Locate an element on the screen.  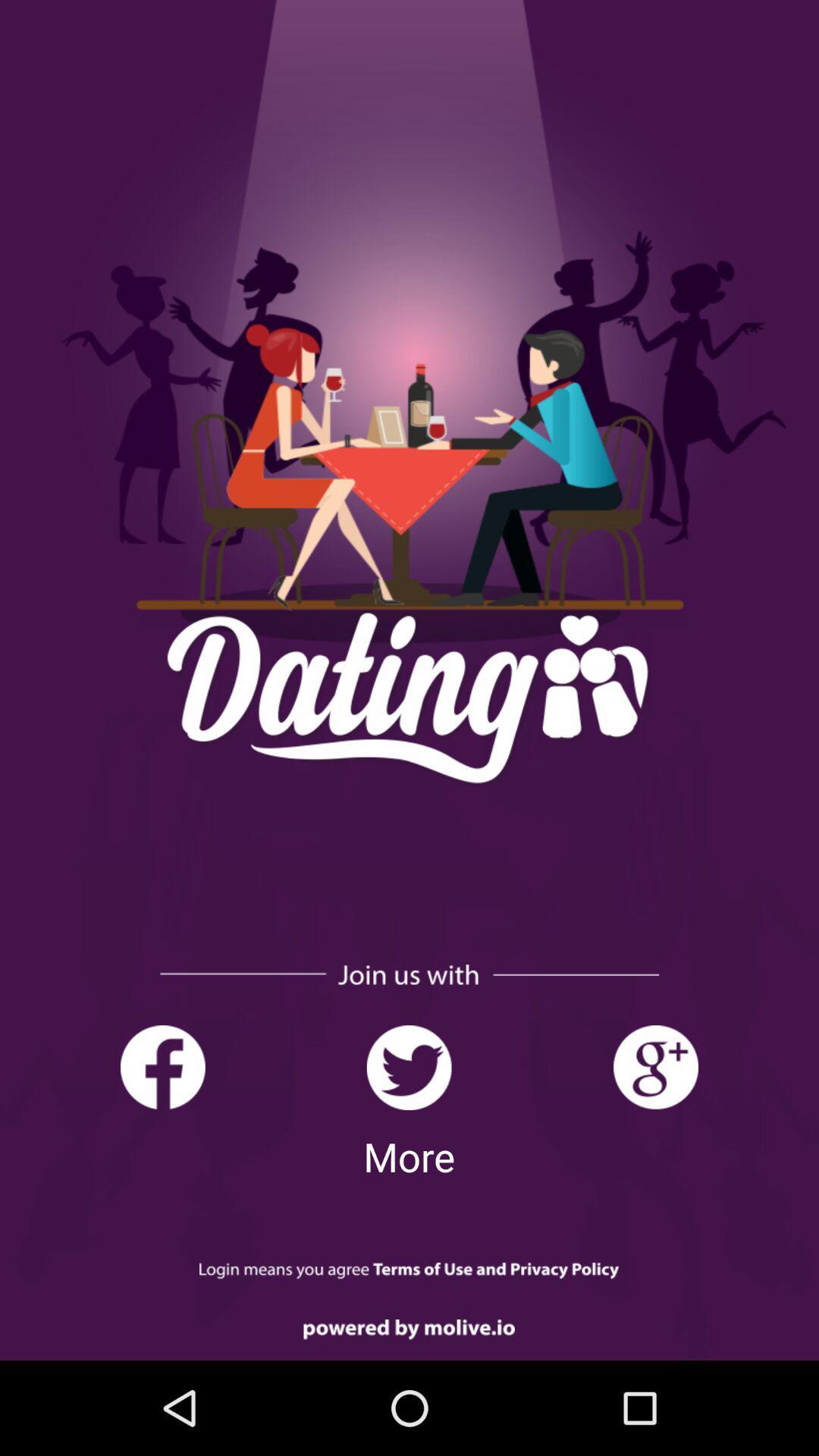
twitter is located at coordinates (408, 1067).